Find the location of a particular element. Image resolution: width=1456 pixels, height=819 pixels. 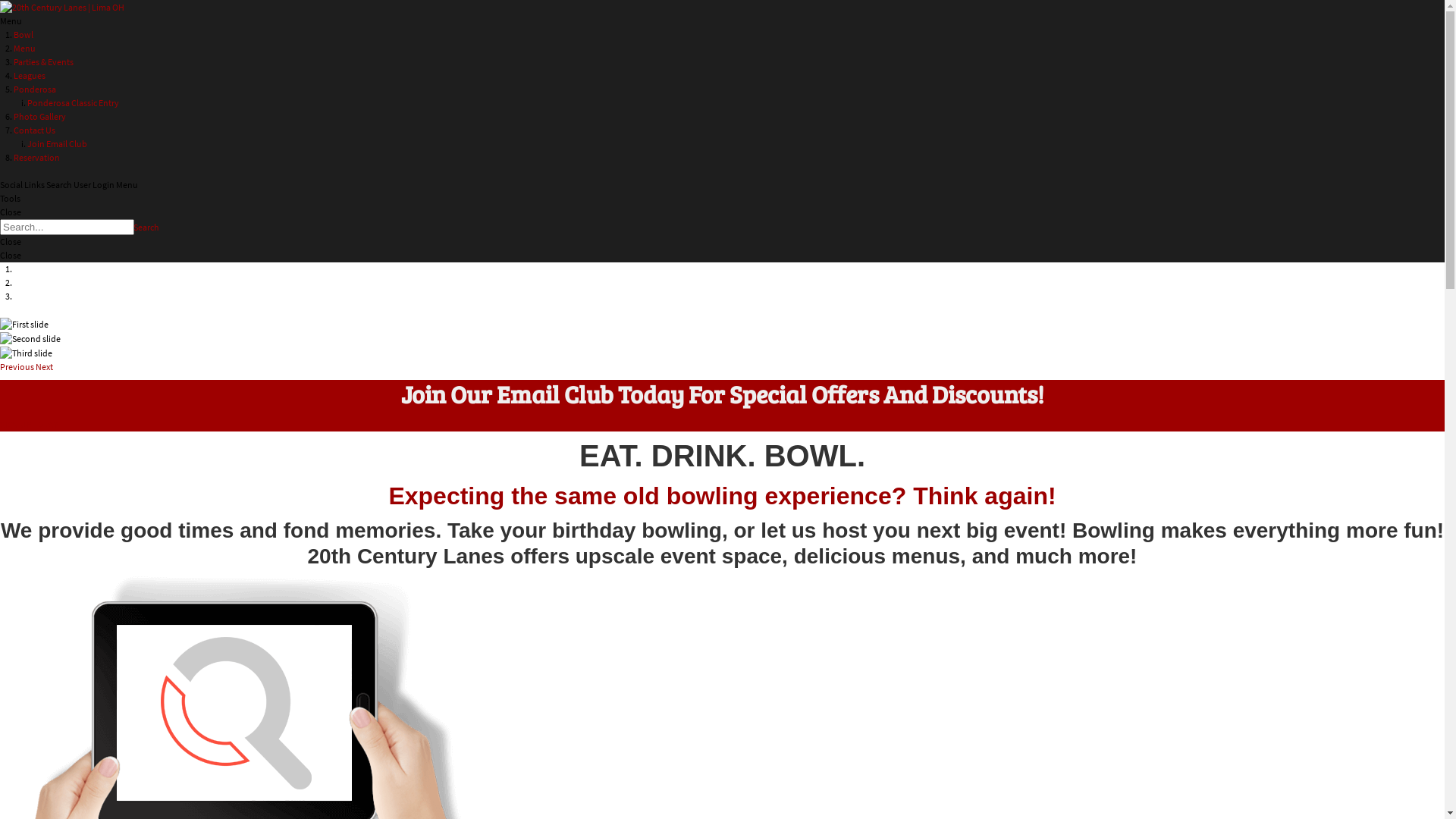

'Reservation' is located at coordinates (36, 157).